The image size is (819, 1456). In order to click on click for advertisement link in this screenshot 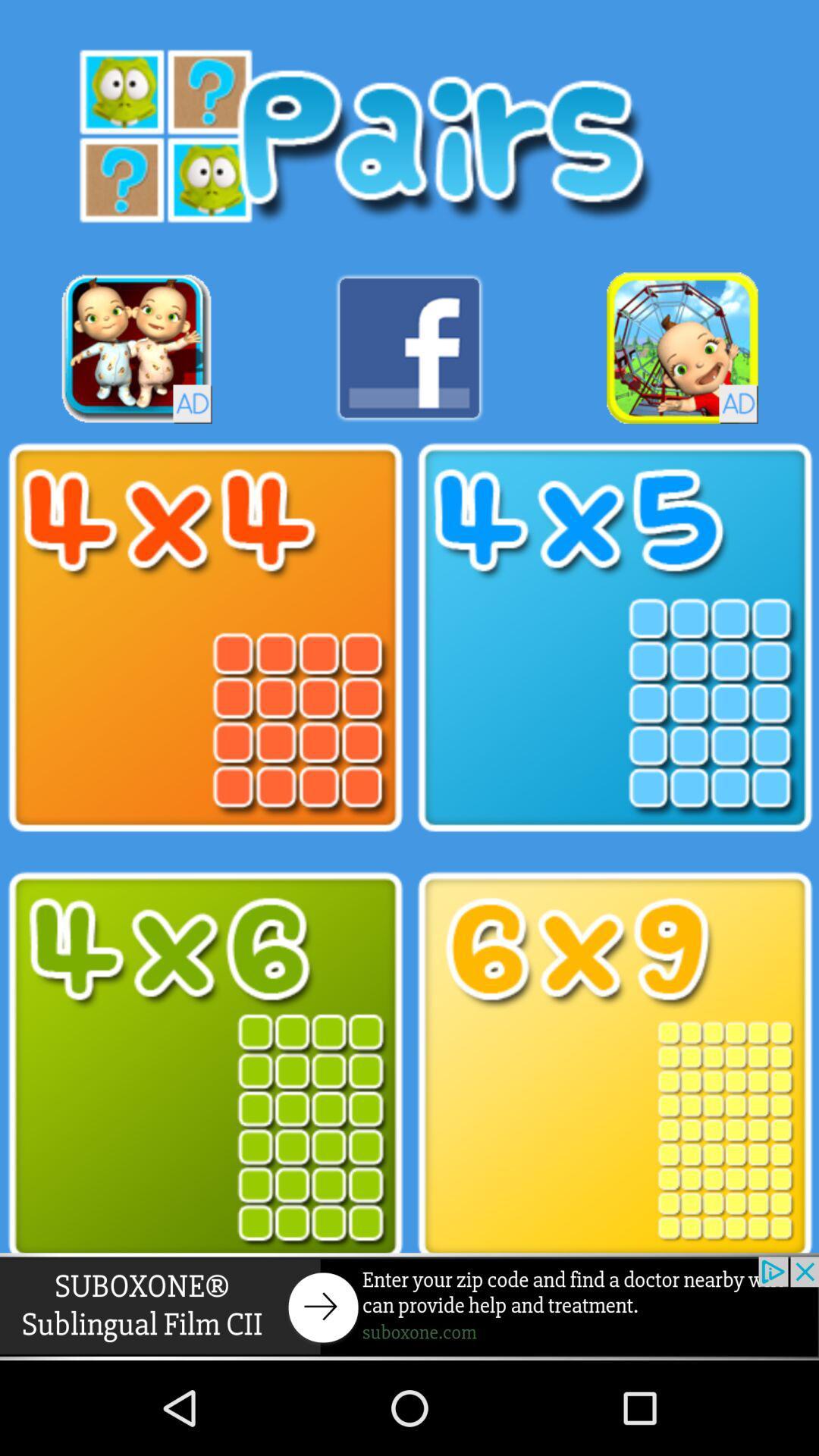, I will do `click(136, 347)`.